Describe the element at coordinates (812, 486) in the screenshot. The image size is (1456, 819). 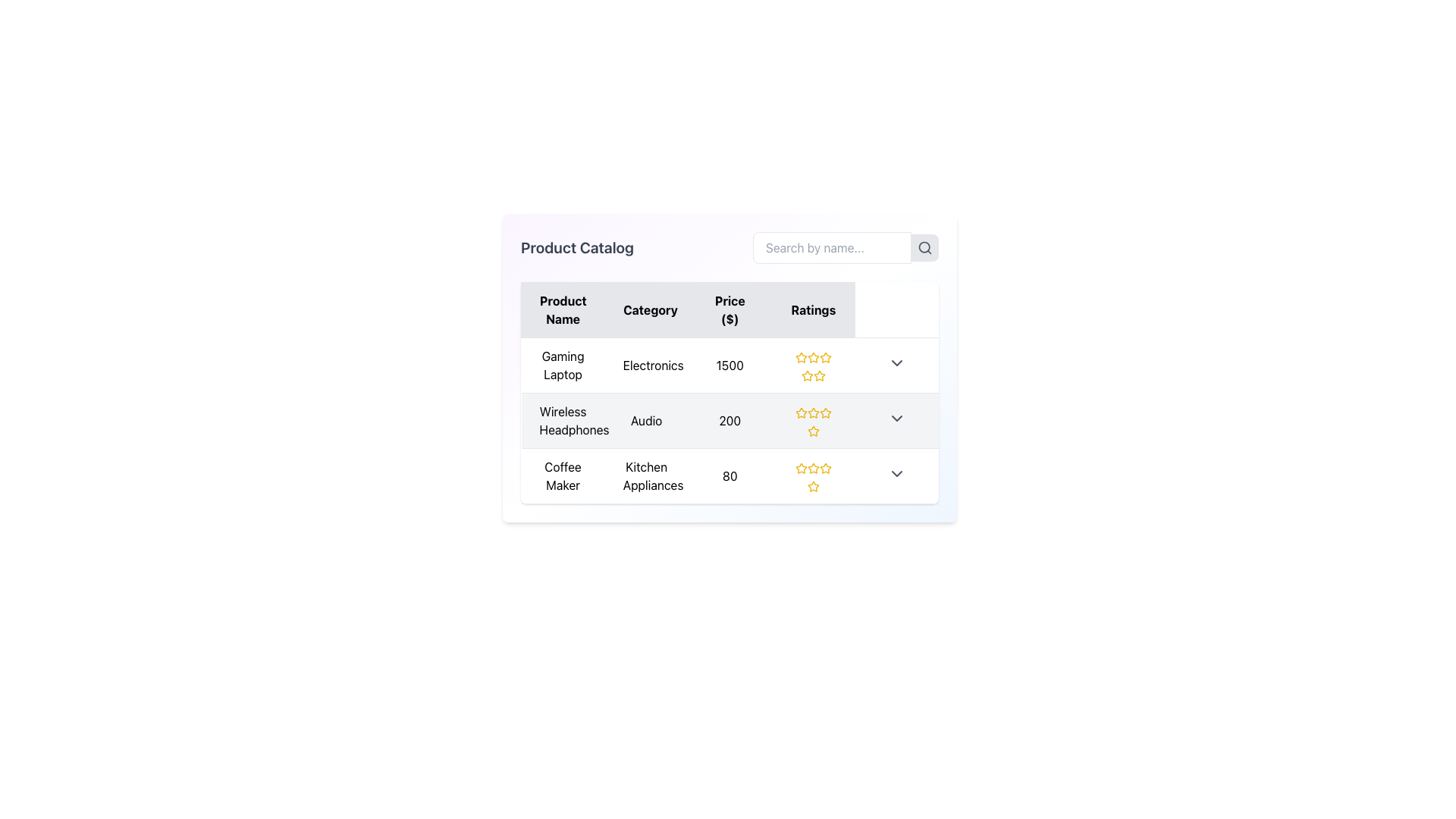
I see `the fourth star icon in the 'Ratings' column of the 'Coffee Maker' row, which is the second row from the bottom within the star rating table` at that location.